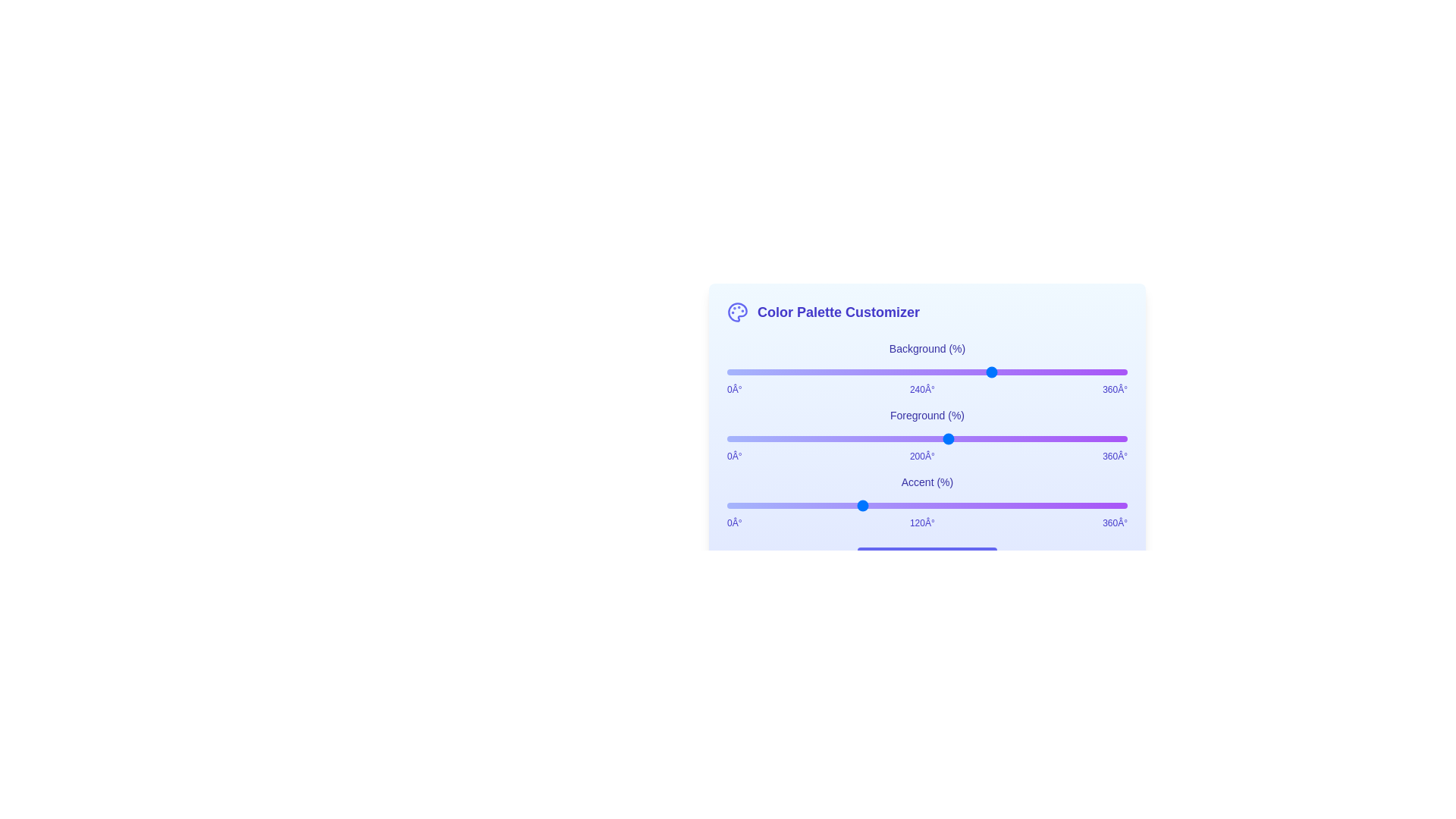  I want to click on the Accent slider to set its hue to 299 degrees, so click(1059, 506).